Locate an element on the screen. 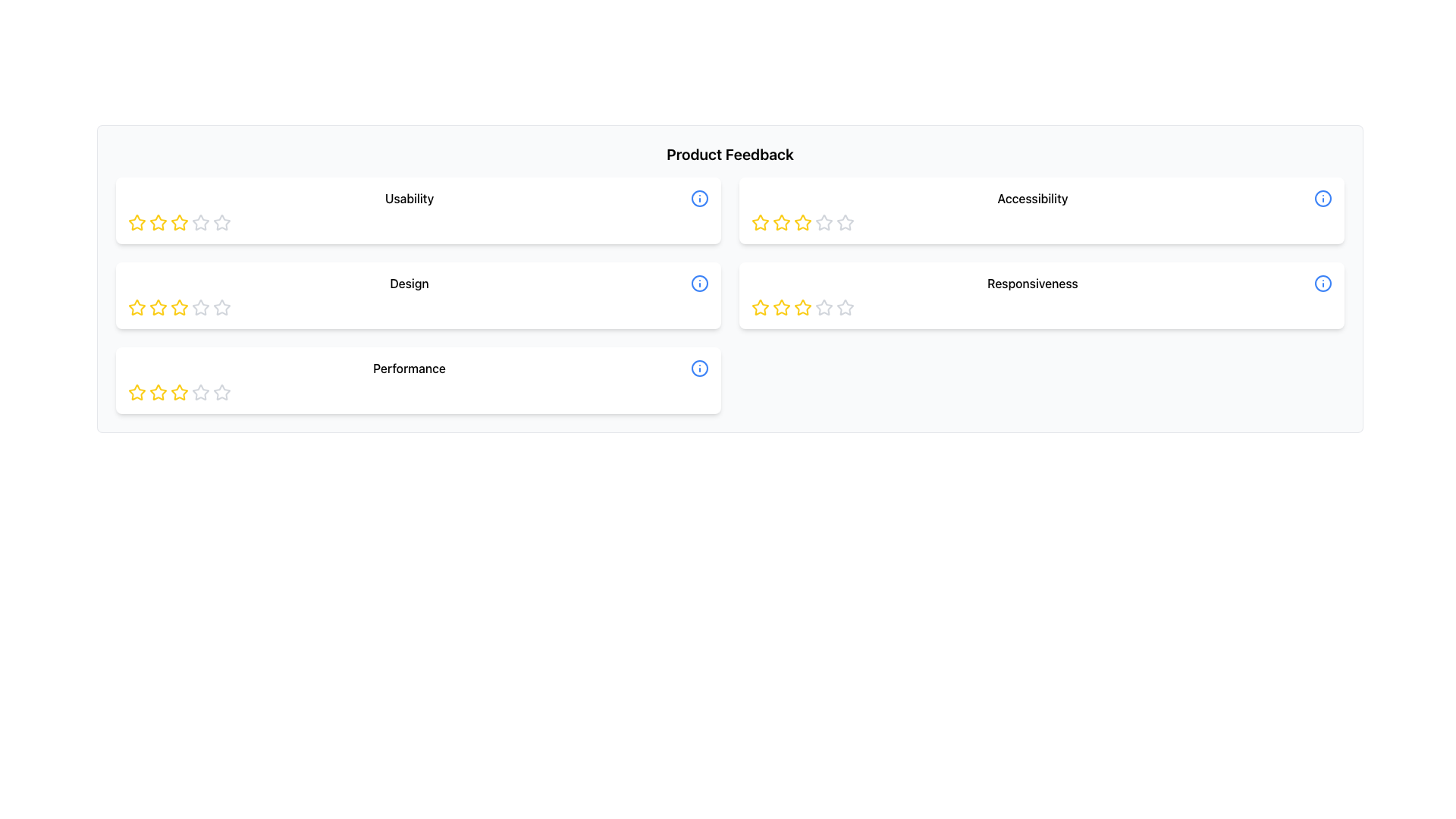 The height and width of the screenshot is (819, 1456). the second star-shaped rating icon with a bright yellow outline in the 'Usability' section of the 'Product Feedback' interface is located at coordinates (158, 222).